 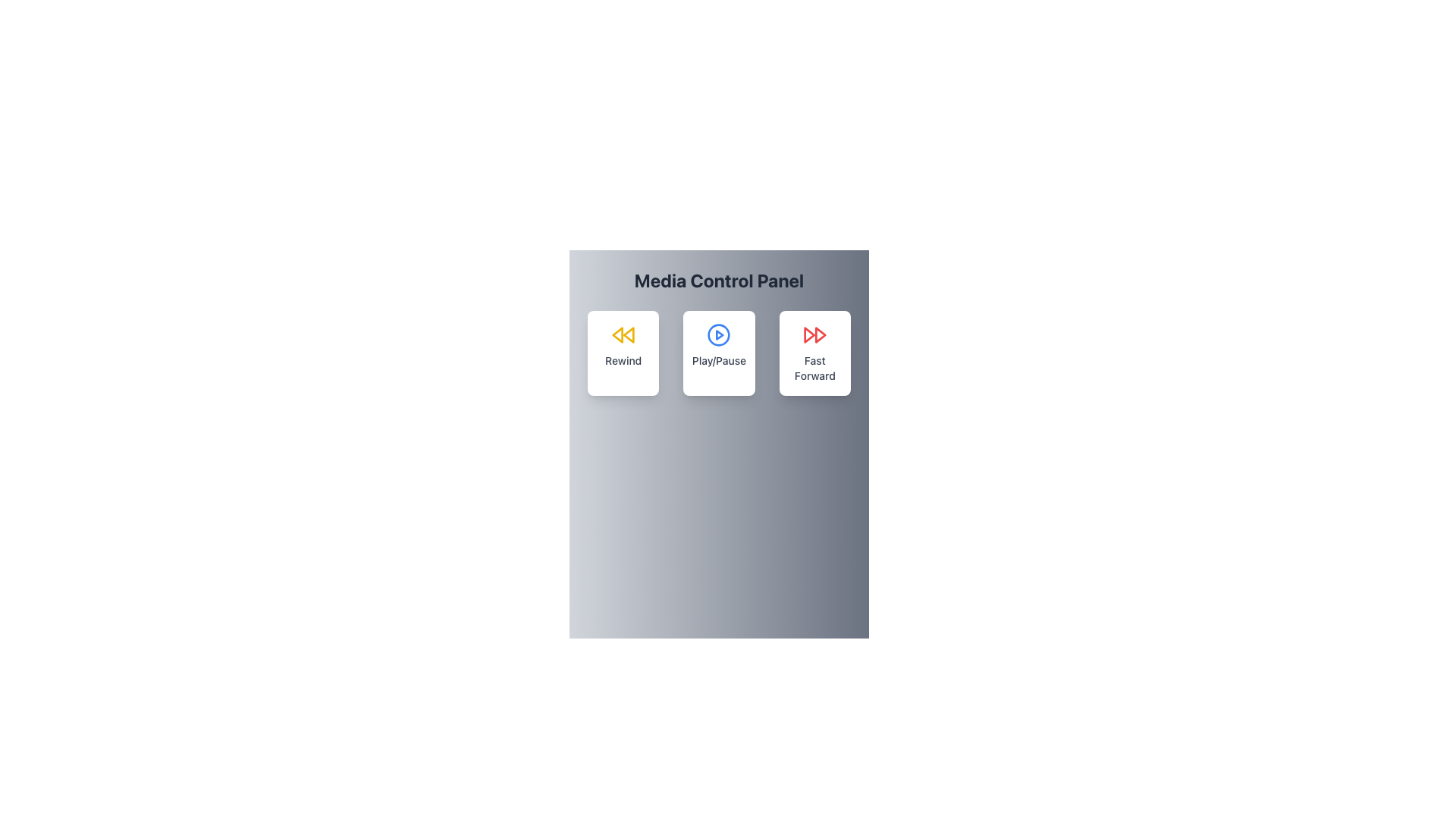 What do you see at coordinates (814, 369) in the screenshot?
I see `label text that serves as a description for the fast-forward button, located below the red fast-forward icon in the Media Control Panel` at bounding box center [814, 369].